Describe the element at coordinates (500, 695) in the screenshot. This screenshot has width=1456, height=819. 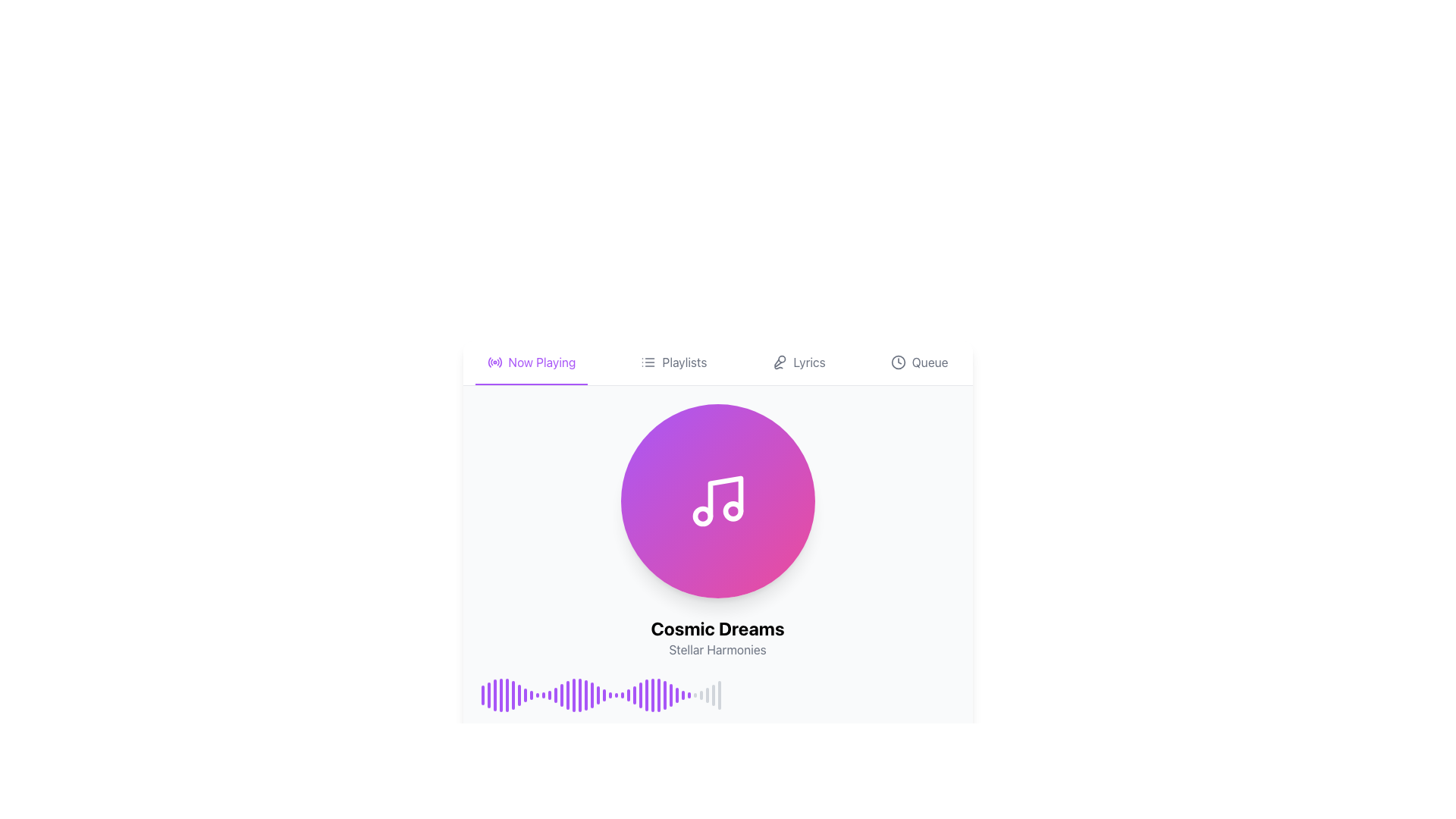
I see `the fourth vertical bar in the waveform visualization, which is styled with a purple gradient and located below the central music album artwork` at that location.